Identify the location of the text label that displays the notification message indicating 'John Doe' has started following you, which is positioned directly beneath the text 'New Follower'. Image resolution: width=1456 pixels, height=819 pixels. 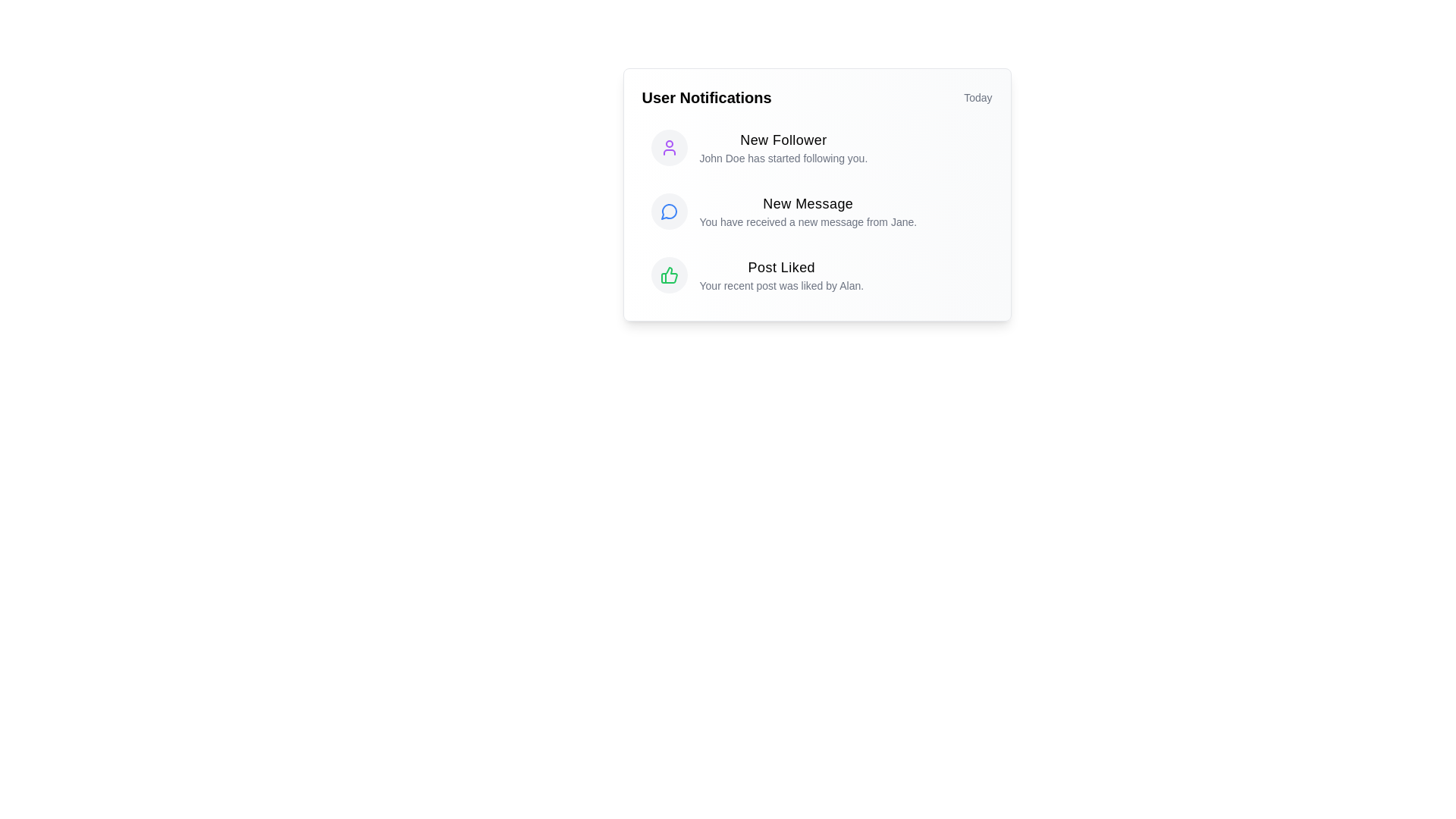
(783, 158).